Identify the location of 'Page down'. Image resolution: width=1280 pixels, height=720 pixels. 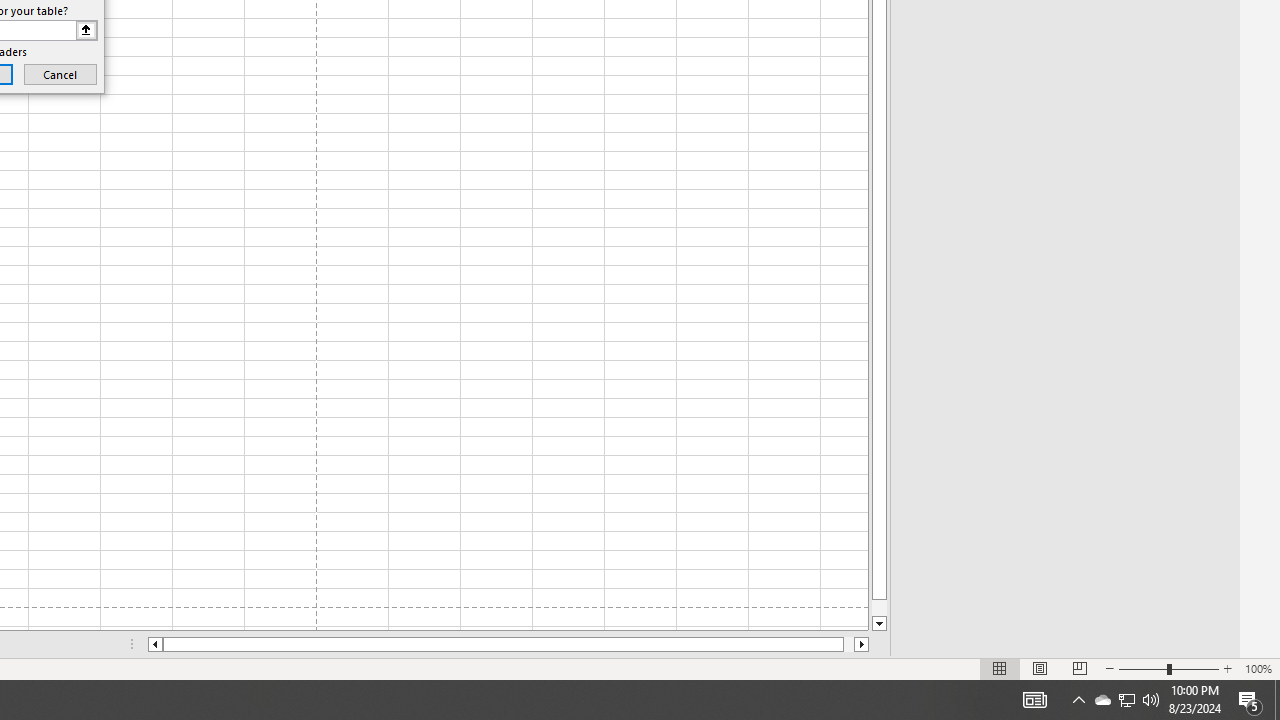
(879, 607).